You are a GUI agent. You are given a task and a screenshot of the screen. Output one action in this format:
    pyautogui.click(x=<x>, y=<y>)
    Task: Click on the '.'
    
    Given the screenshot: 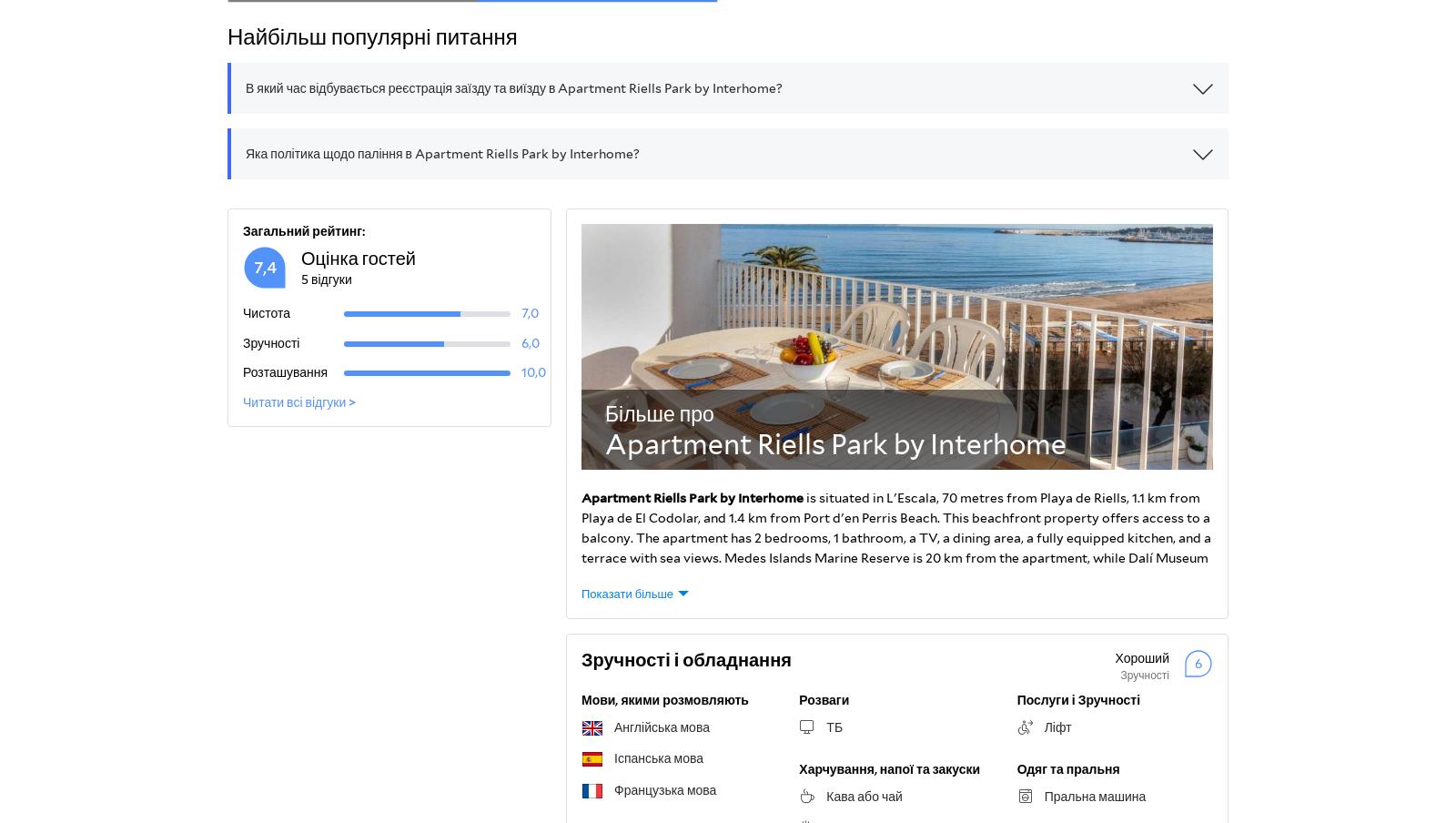 What is the action you would take?
    pyautogui.click(x=730, y=598)
    